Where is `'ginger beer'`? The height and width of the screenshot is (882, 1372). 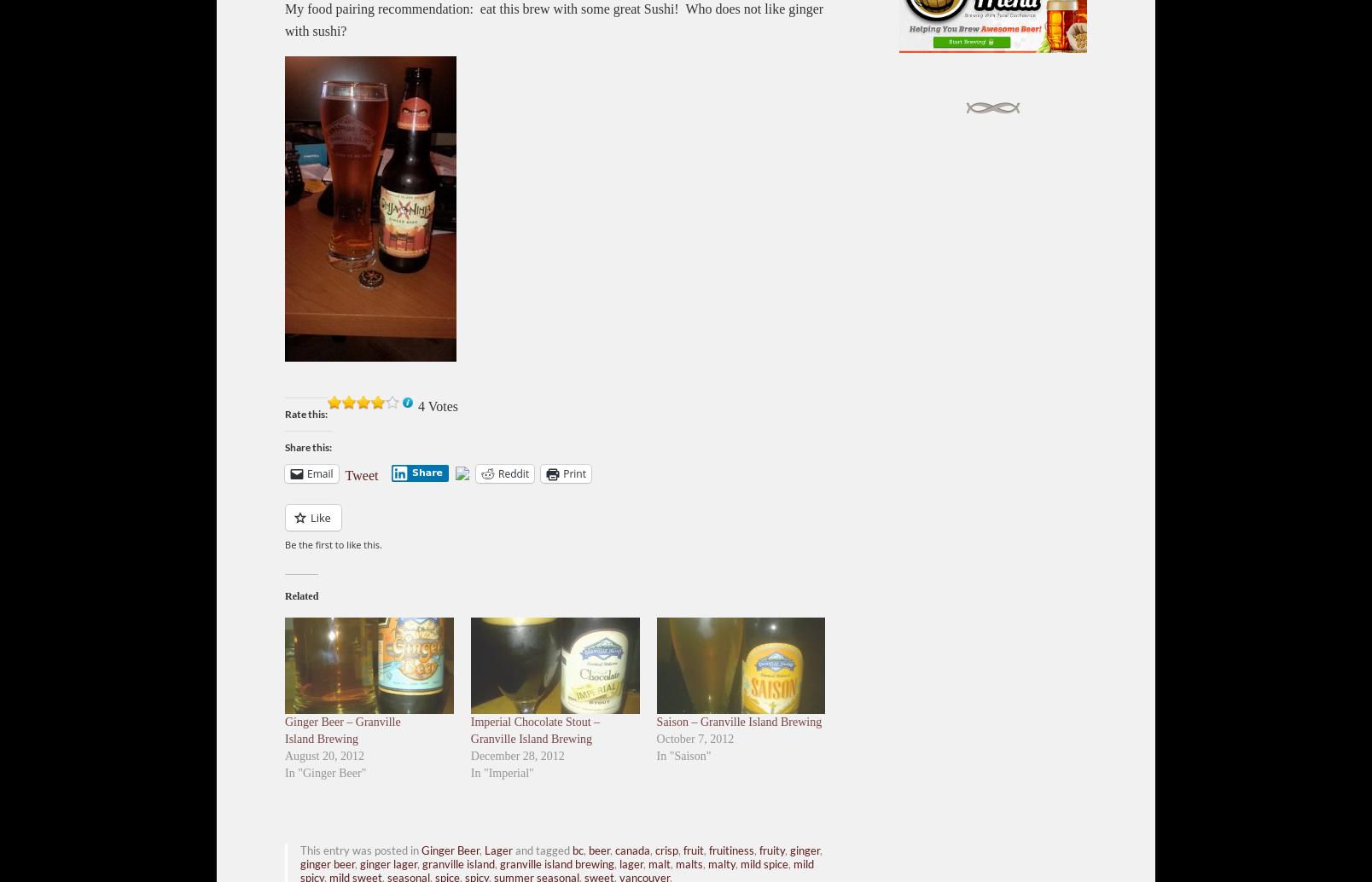
'ginger beer' is located at coordinates (327, 862).